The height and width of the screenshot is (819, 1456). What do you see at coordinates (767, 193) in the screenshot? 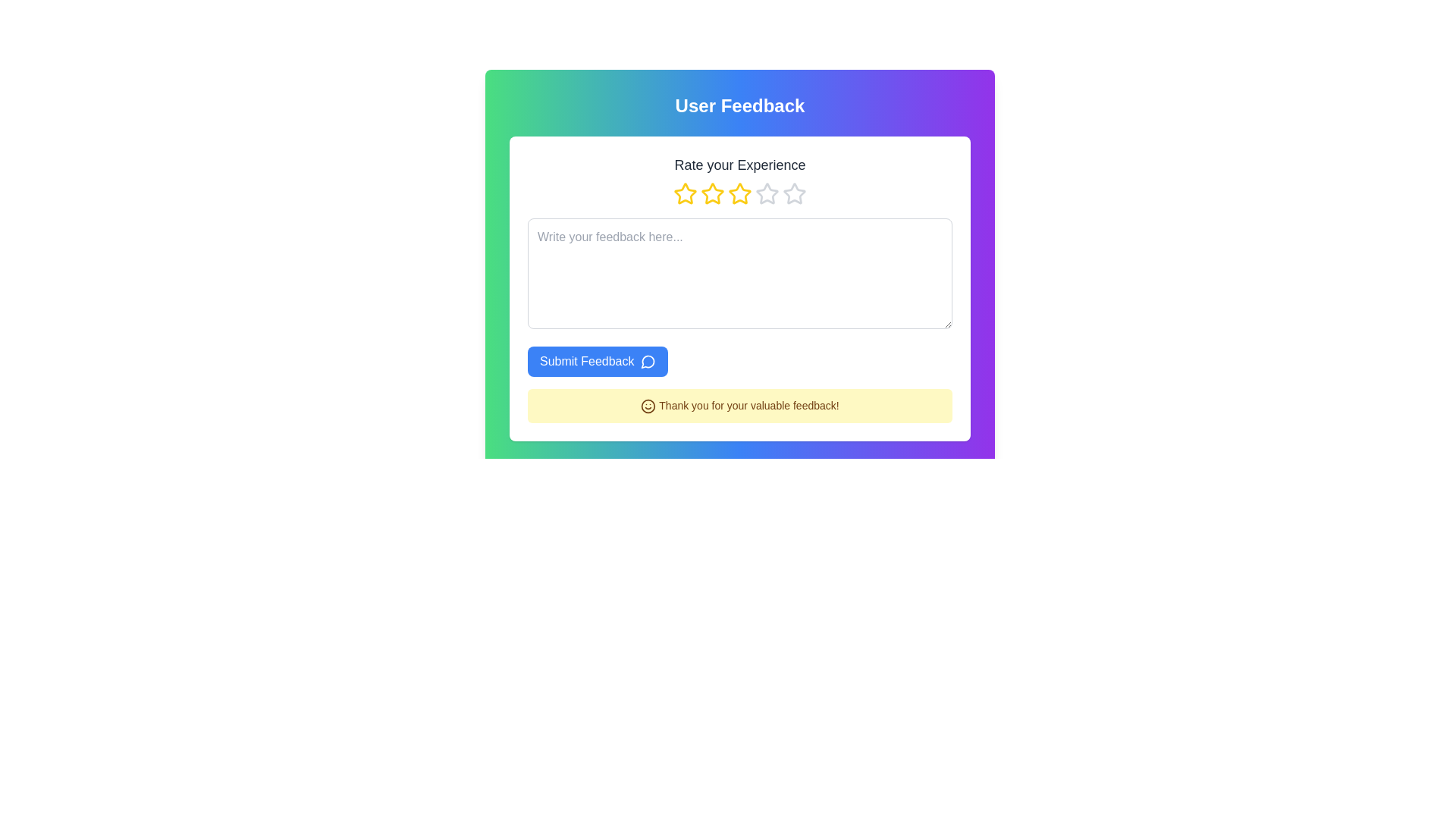
I see `from the fourth star-shaped rating icon, which has a hollow white center and faint gray outline` at bounding box center [767, 193].